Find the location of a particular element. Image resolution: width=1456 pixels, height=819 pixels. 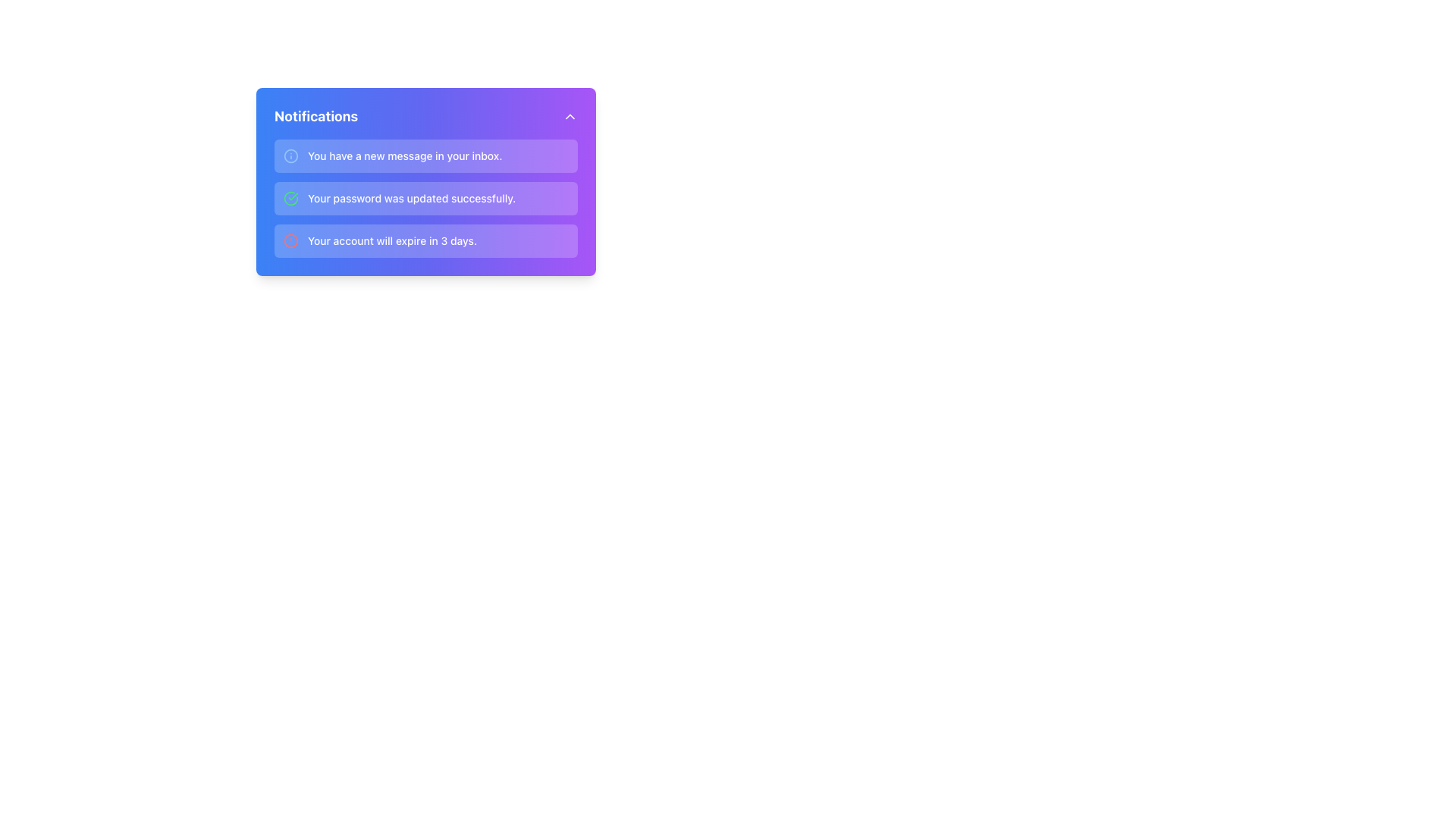

warning message from the third notification bar, which contains the text 'Your account will expire in 3 days.' is located at coordinates (425, 240).